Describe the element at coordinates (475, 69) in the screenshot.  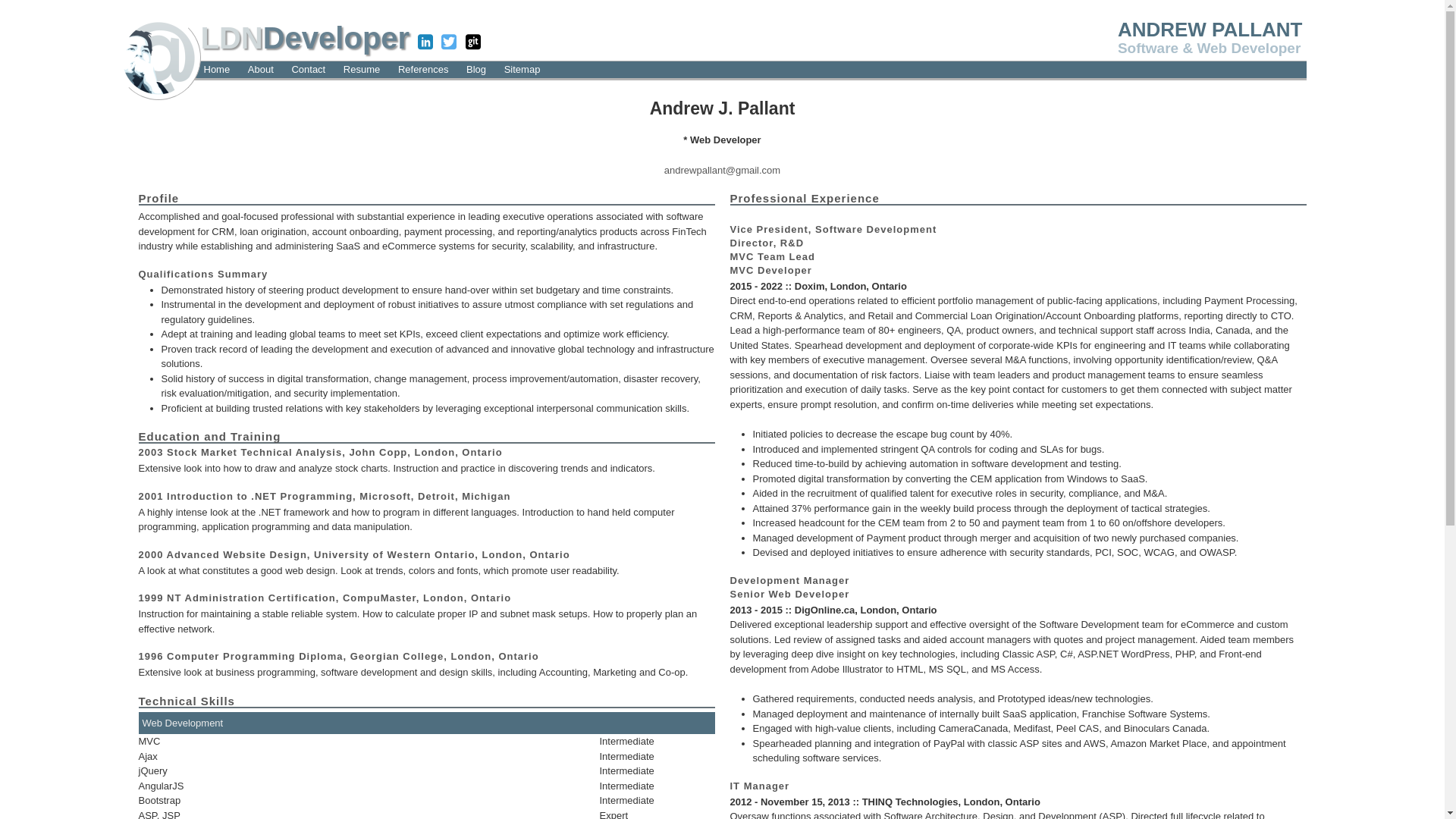
I see `'Blog'` at that location.